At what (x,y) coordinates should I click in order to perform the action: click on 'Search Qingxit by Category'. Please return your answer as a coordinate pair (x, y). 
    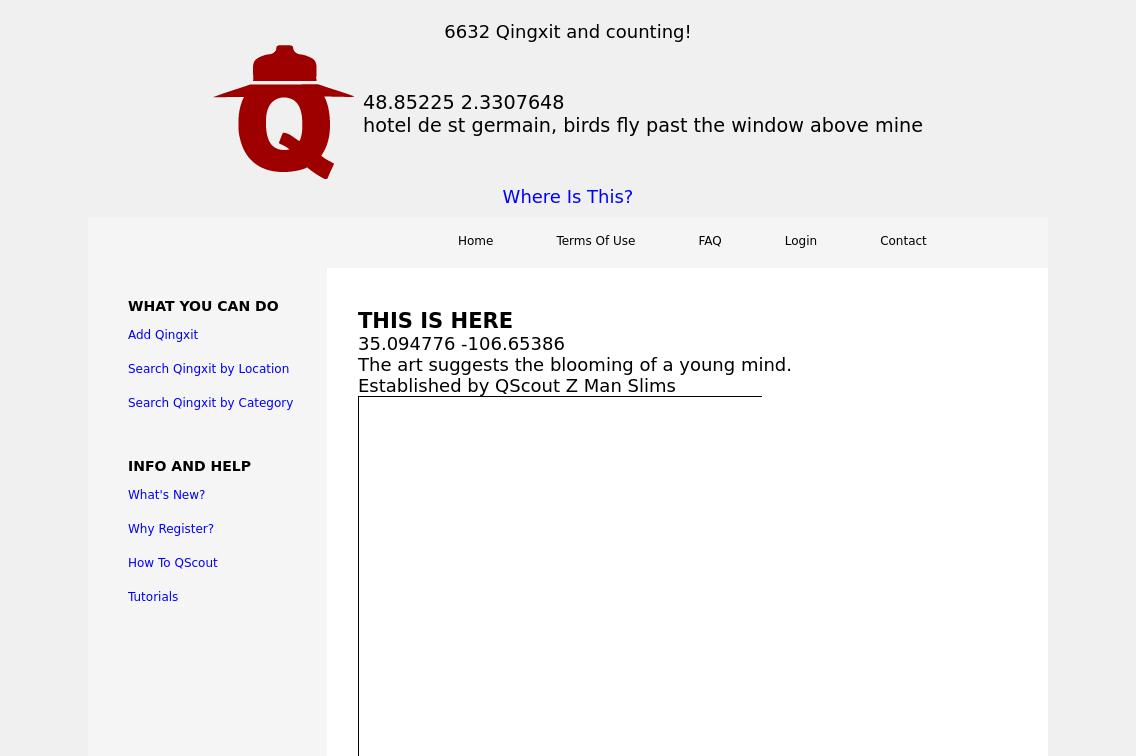
    Looking at the image, I should click on (128, 402).